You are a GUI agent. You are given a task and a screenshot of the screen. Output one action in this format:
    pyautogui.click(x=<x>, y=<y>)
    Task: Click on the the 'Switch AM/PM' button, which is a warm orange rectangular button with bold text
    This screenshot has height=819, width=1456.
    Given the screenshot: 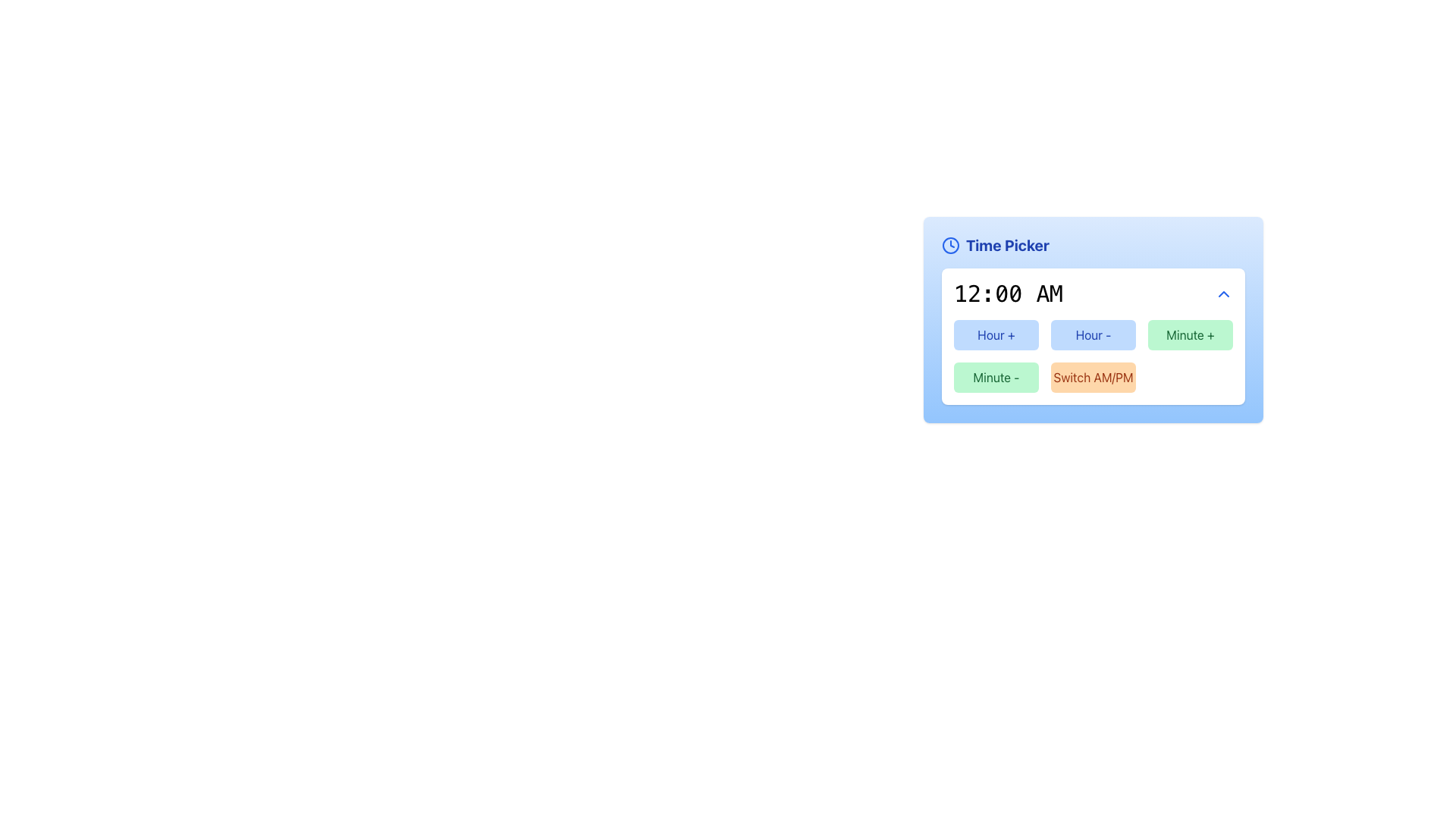 What is the action you would take?
    pyautogui.click(x=1093, y=376)
    